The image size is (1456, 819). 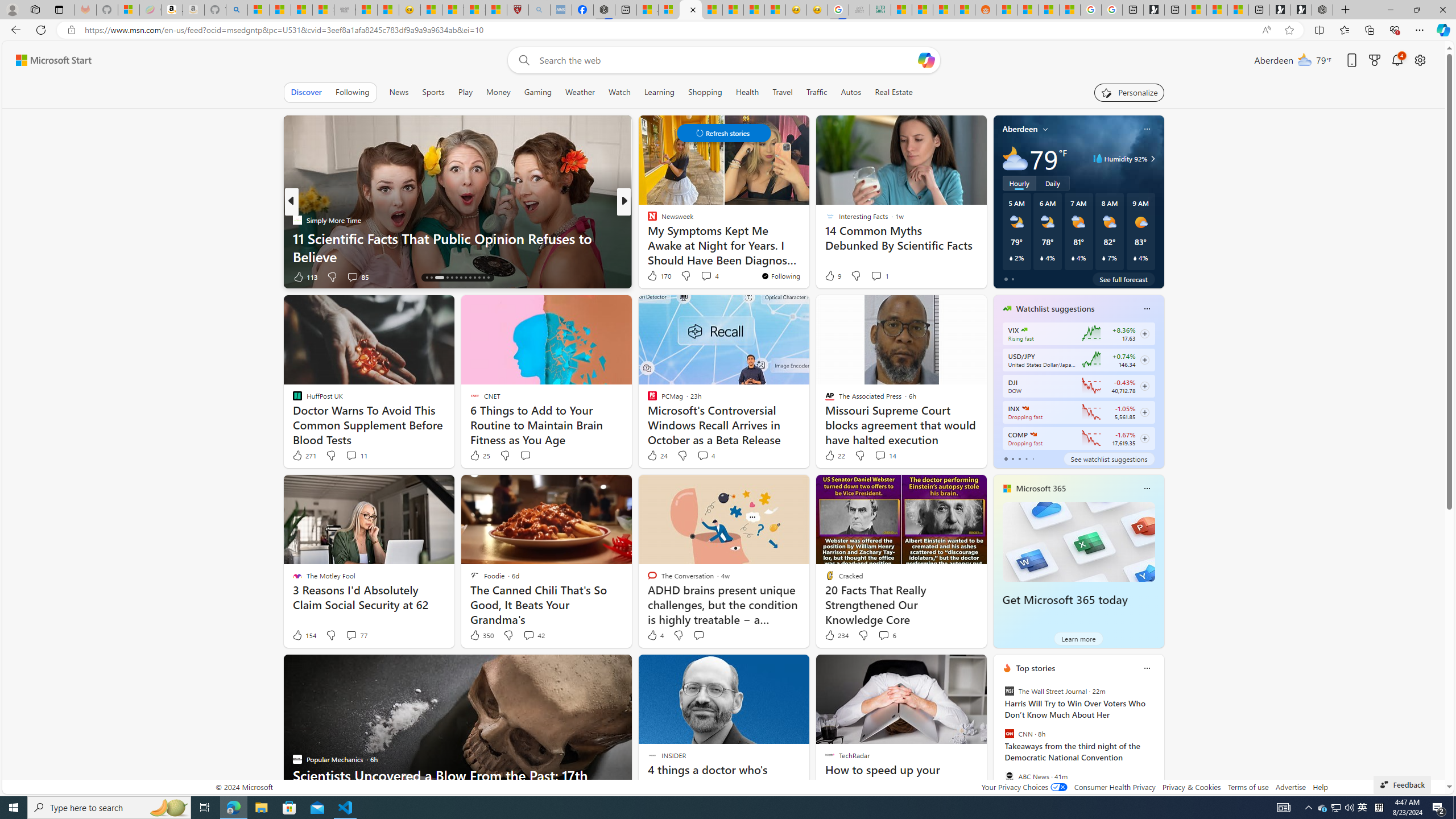 I want to click on 'Class: weather-arrow-glyph', so click(x=1152, y=159).